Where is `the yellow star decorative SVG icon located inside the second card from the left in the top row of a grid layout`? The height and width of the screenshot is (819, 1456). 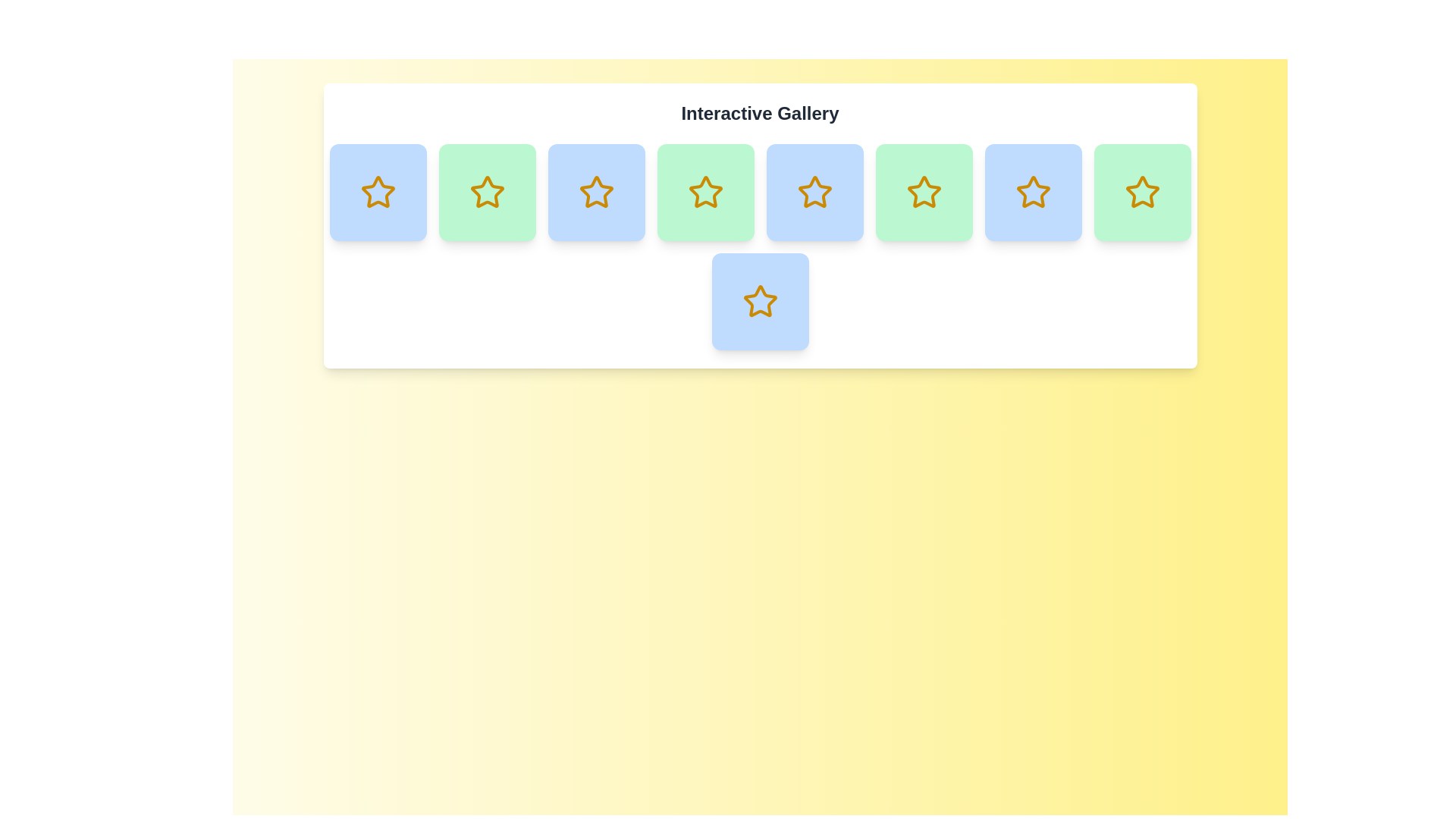 the yellow star decorative SVG icon located inside the second card from the left in the top row of a grid layout is located at coordinates (378, 191).